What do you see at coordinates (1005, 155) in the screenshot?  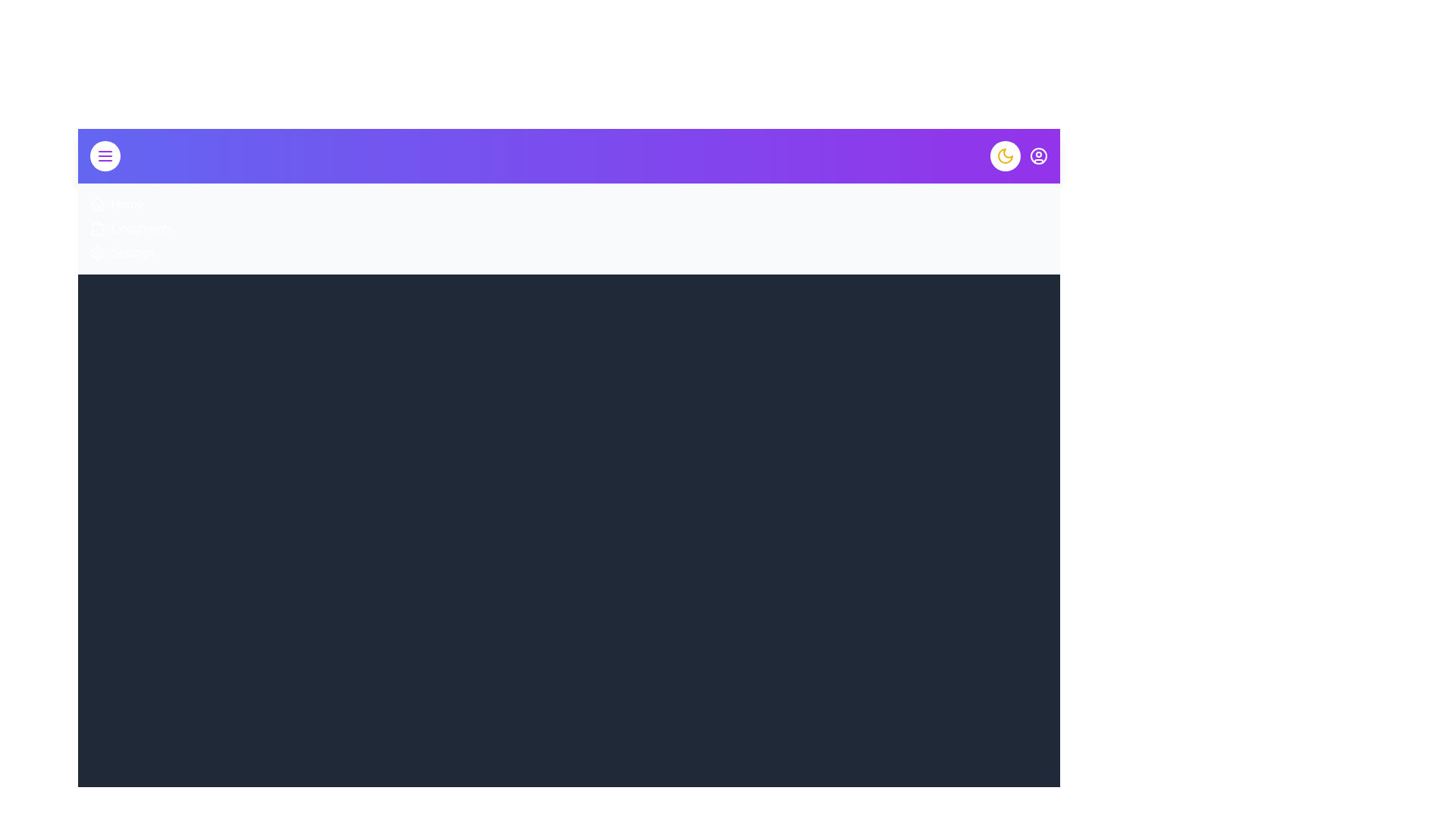 I see `the button with the moon icon to toggle dark mode` at bounding box center [1005, 155].